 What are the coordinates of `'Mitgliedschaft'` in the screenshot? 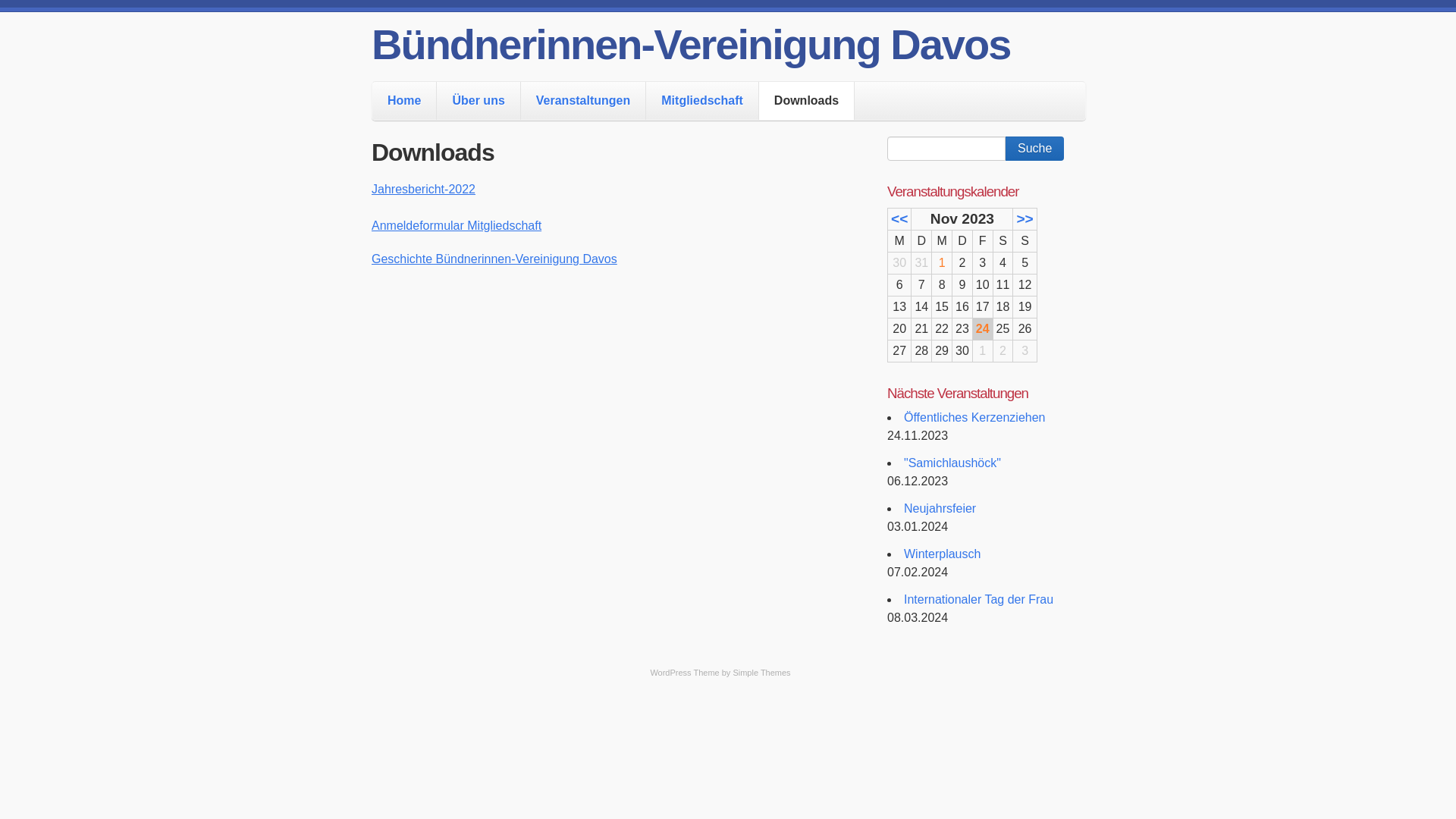 It's located at (645, 100).